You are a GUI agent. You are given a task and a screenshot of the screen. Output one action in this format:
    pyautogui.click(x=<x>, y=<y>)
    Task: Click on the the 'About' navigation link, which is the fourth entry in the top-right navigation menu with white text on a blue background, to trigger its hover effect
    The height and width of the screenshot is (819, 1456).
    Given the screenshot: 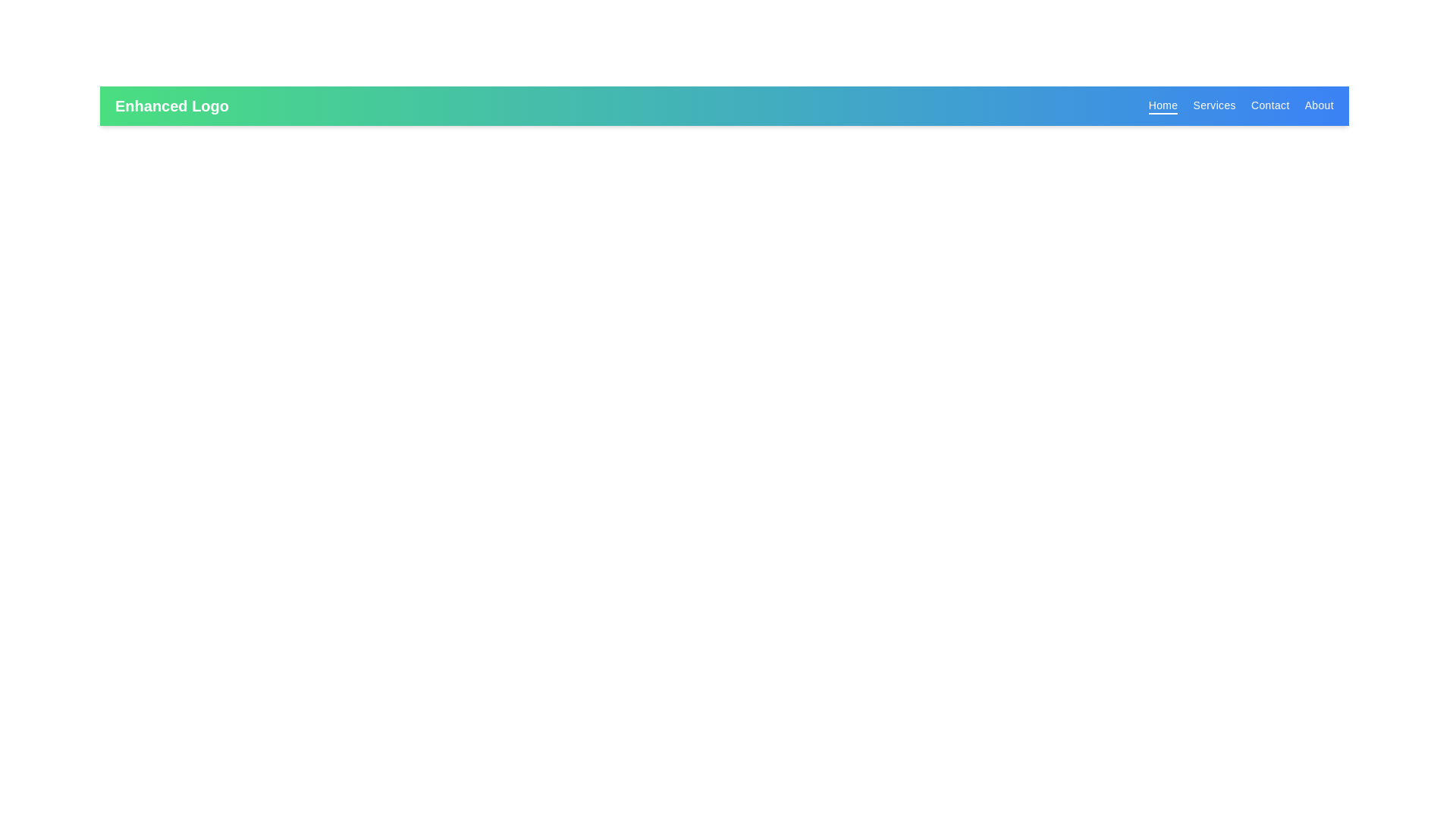 What is the action you would take?
    pyautogui.click(x=1318, y=105)
    